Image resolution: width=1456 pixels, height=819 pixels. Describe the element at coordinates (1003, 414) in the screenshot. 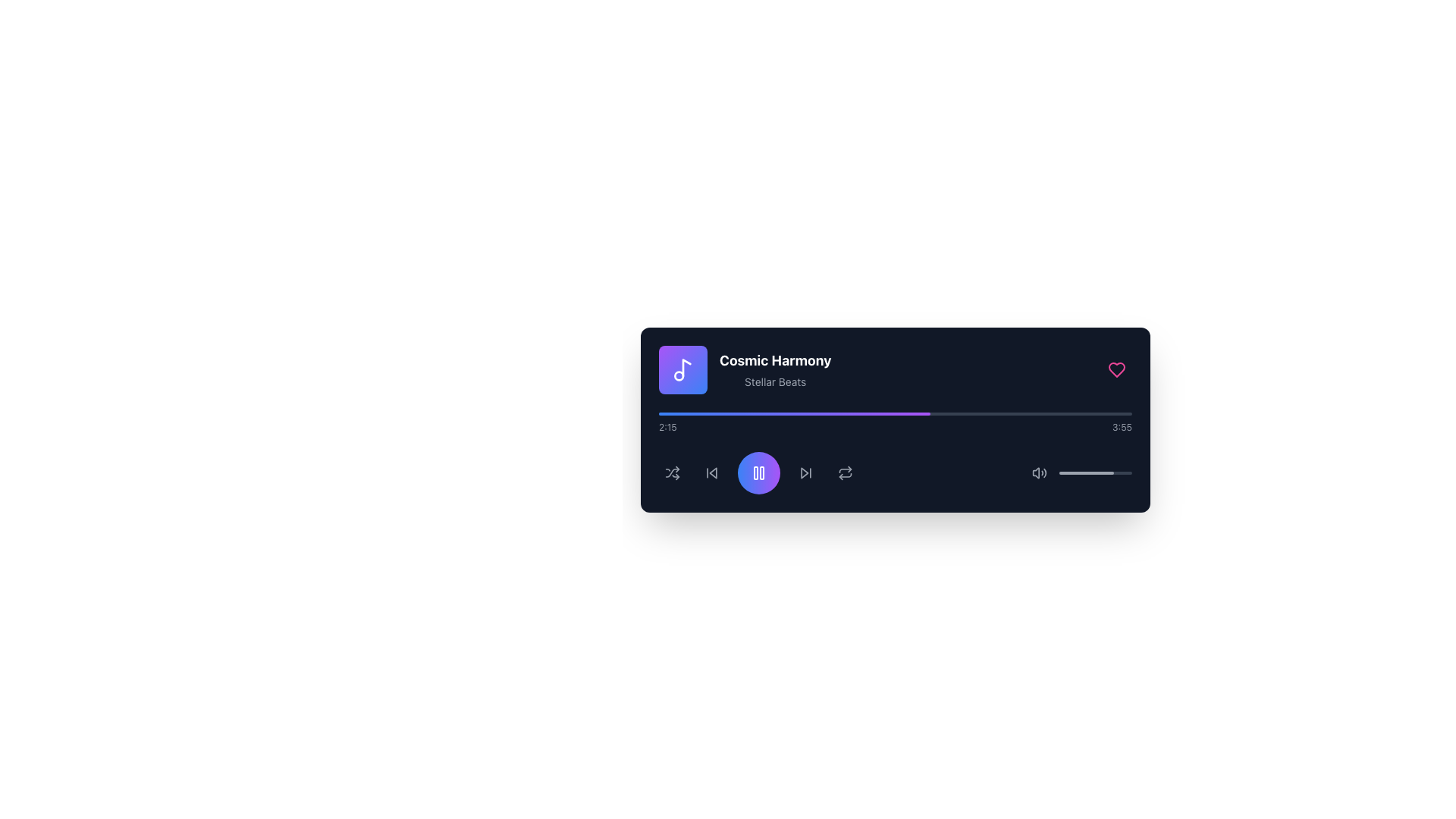

I see `playback time` at that location.